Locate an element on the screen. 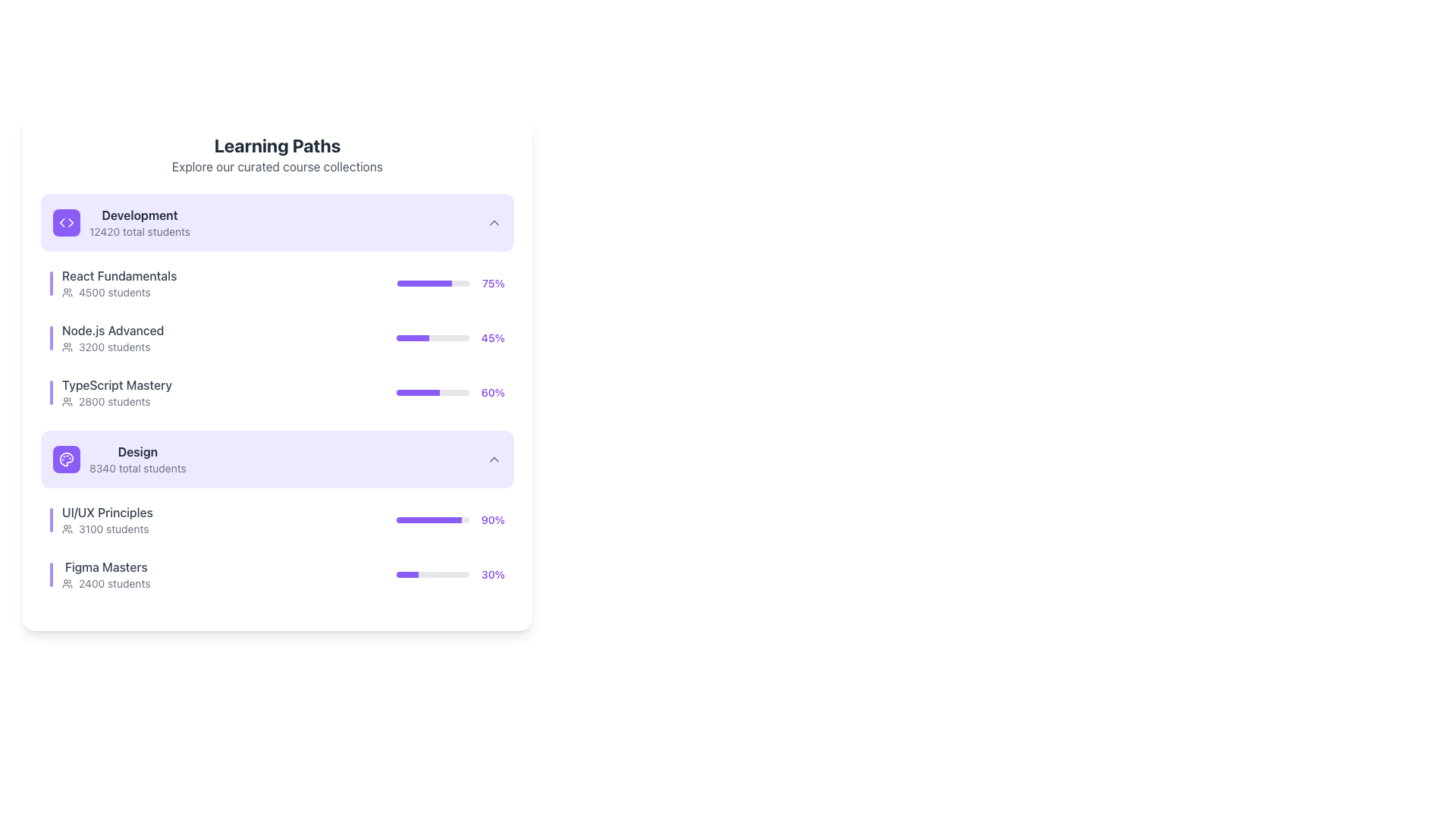 This screenshot has width=1456, height=819. the 'Figma Masters' course name in the course overview listing is located at coordinates (277, 575).